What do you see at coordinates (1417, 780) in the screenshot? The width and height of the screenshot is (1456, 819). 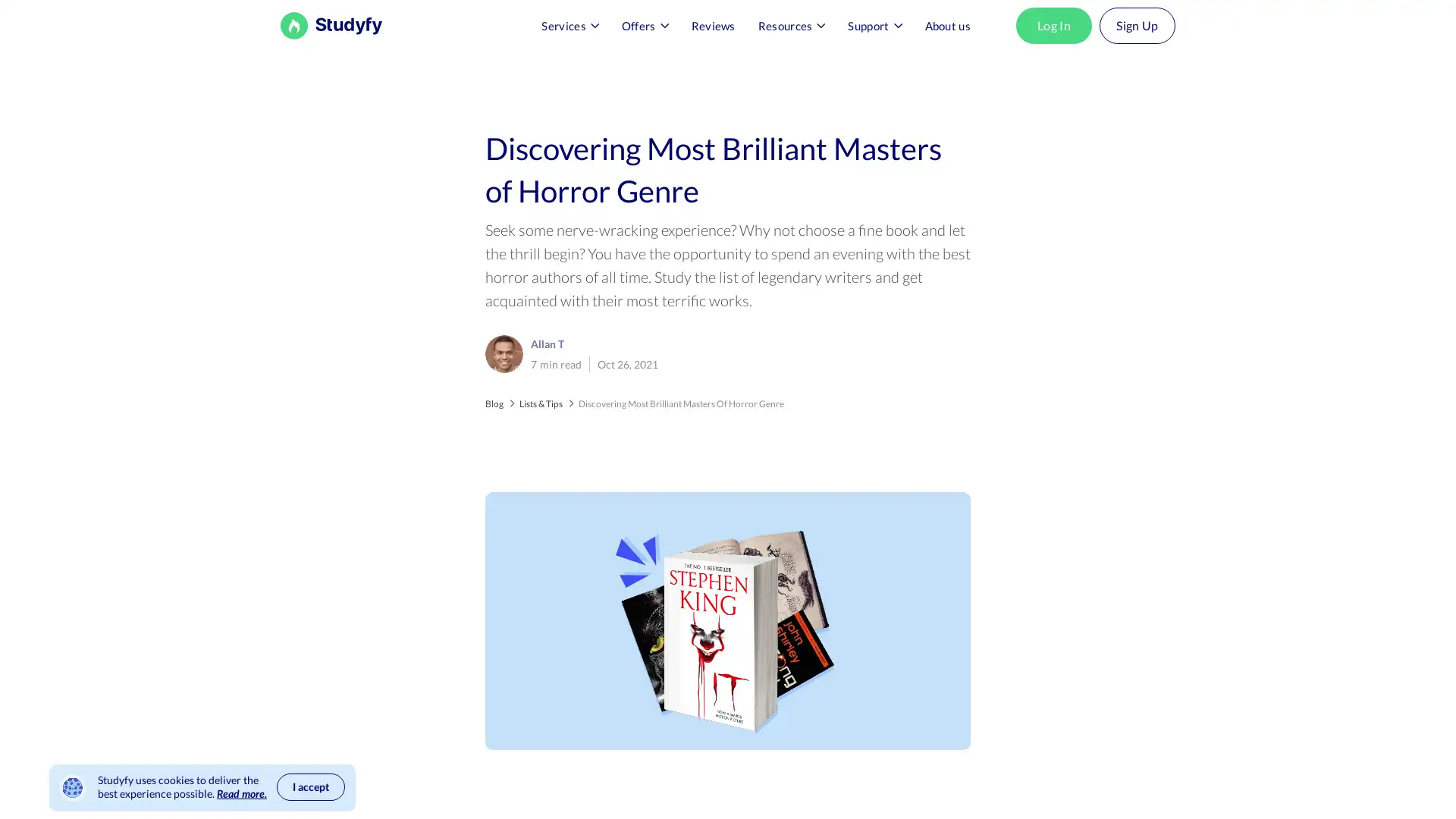 I see `Open Intercom Messenger` at bounding box center [1417, 780].